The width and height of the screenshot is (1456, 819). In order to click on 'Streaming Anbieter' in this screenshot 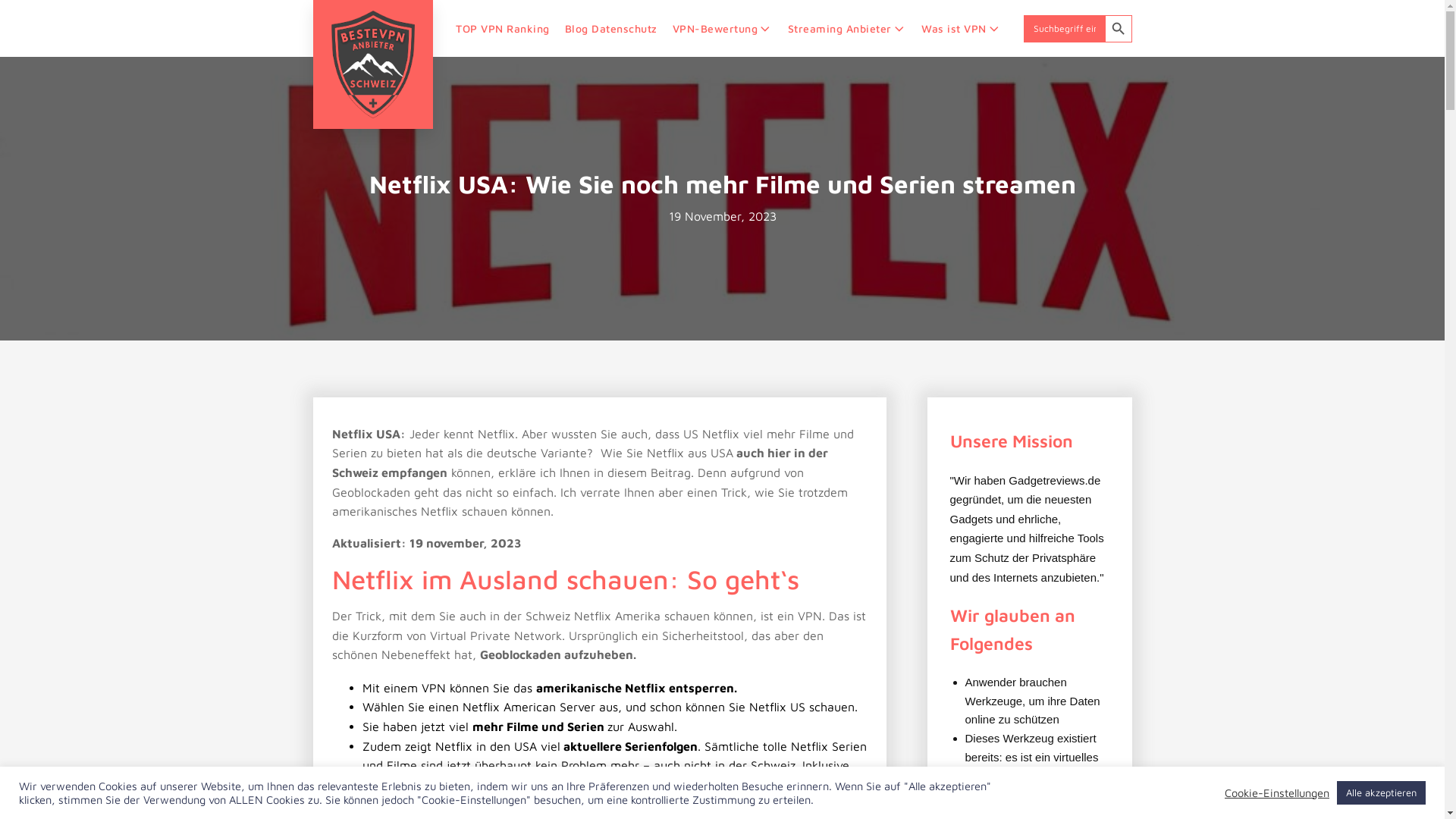, I will do `click(846, 29)`.